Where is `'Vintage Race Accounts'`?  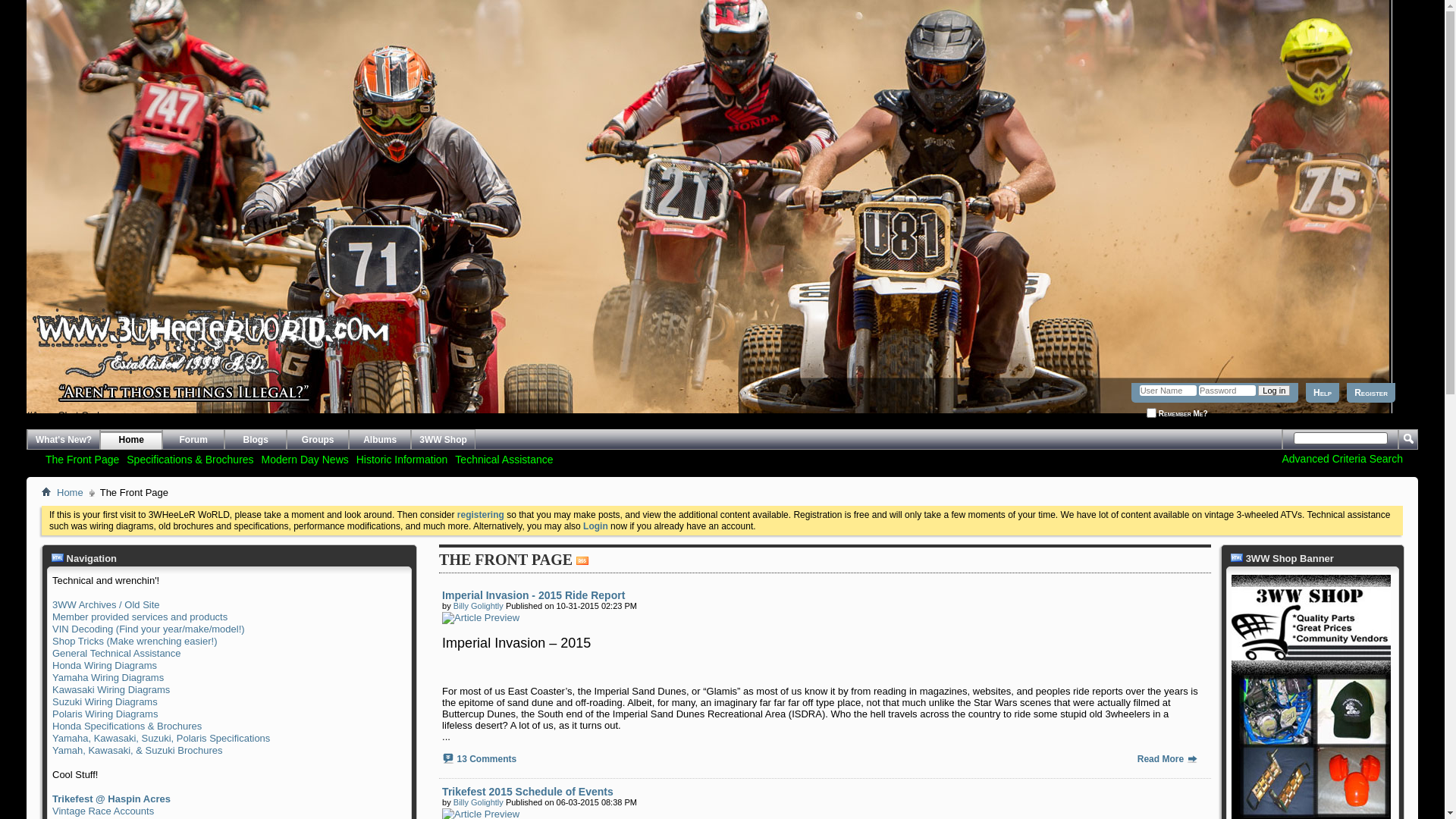 'Vintage Race Accounts' is located at coordinates (102, 810).